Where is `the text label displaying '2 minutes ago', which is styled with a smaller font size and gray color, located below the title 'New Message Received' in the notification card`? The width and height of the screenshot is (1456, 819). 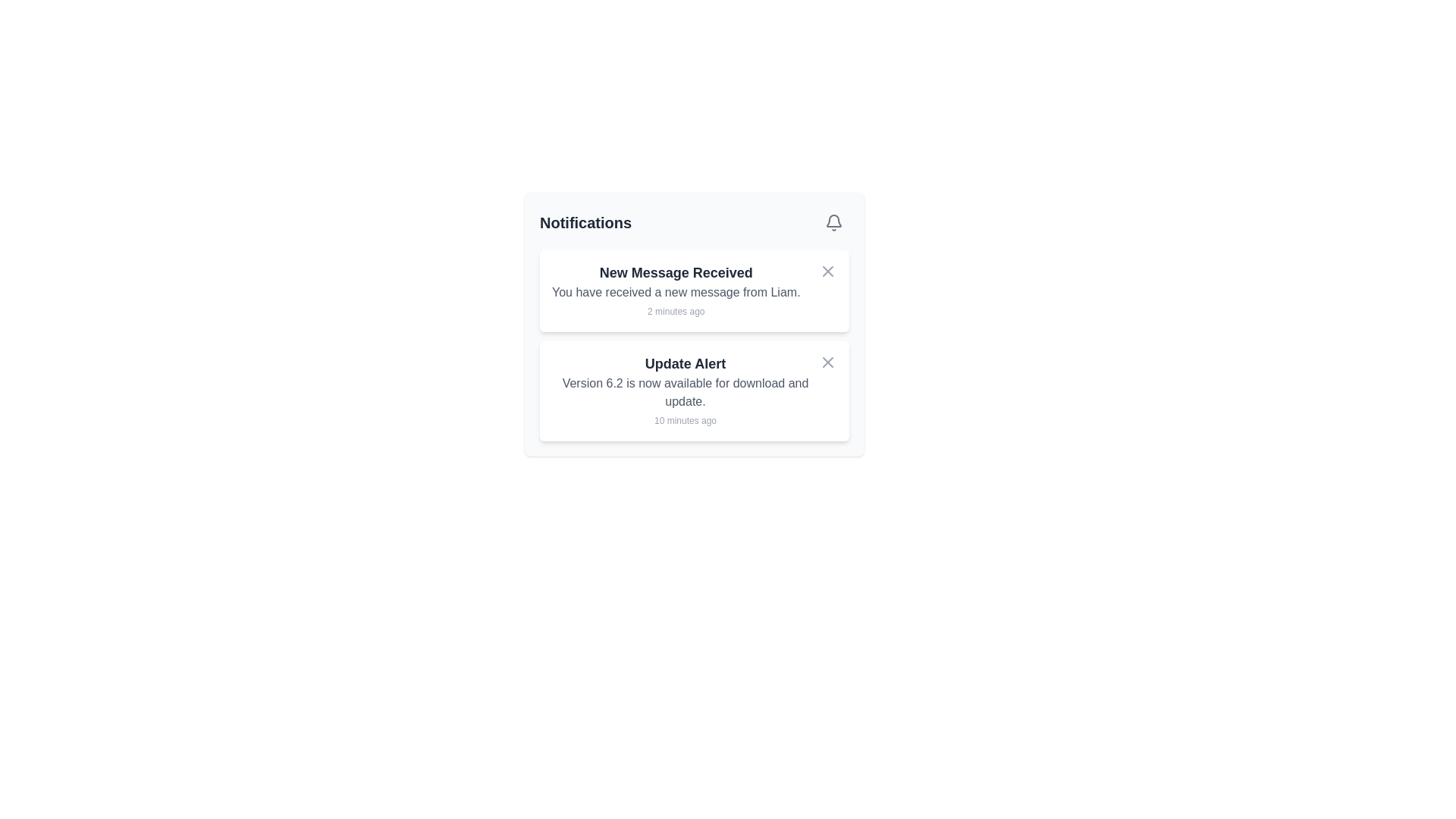
the text label displaying '2 minutes ago', which is styled with a smaller font size and gray color, located below the title 'New Message Received' in the notification card is located at coordinates (675, 311).